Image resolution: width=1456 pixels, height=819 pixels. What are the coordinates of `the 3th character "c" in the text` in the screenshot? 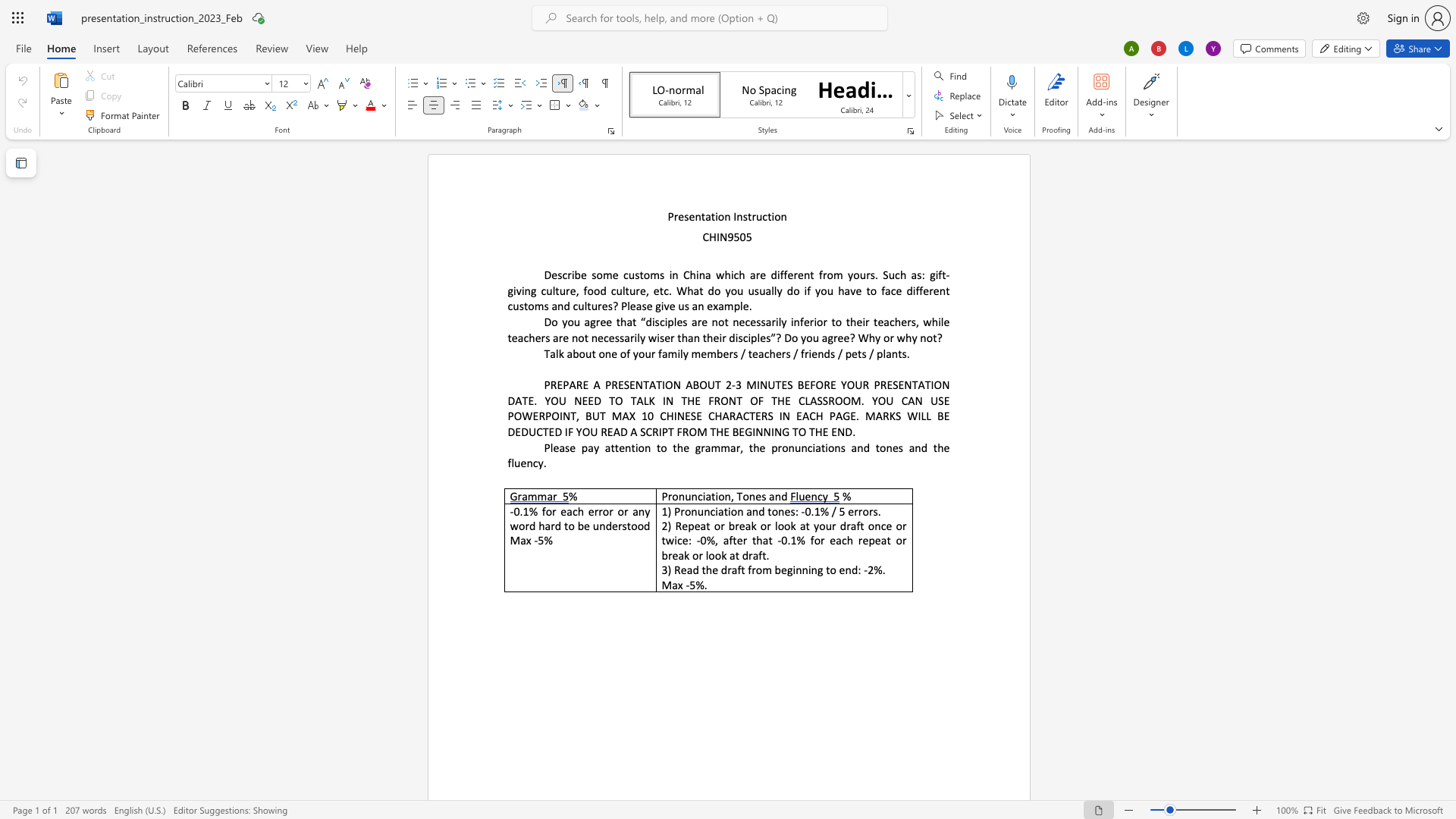 It's located at (736, 275).